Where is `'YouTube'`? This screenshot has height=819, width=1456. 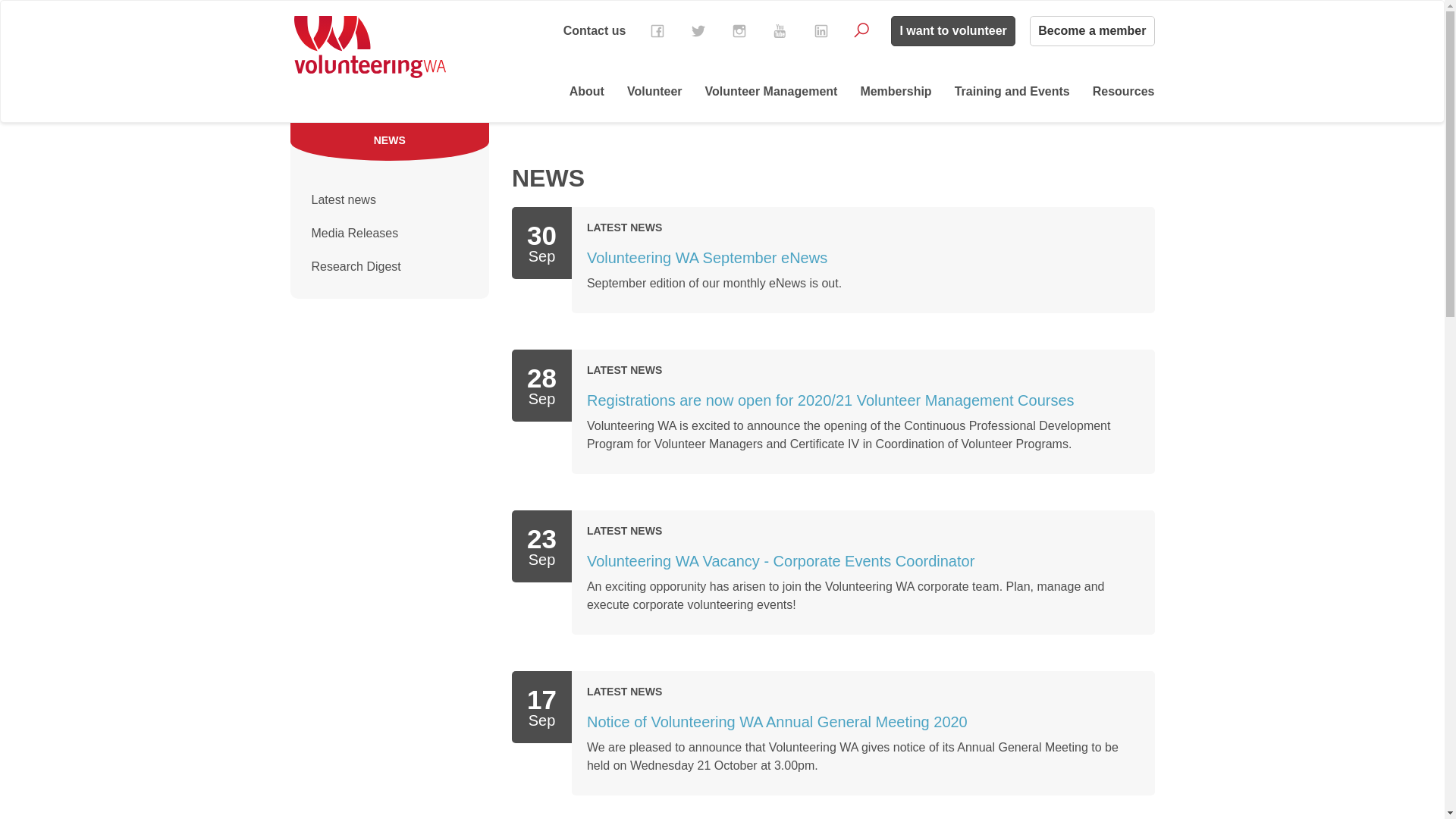 'YouTube' is located at coordinates (780, 31).